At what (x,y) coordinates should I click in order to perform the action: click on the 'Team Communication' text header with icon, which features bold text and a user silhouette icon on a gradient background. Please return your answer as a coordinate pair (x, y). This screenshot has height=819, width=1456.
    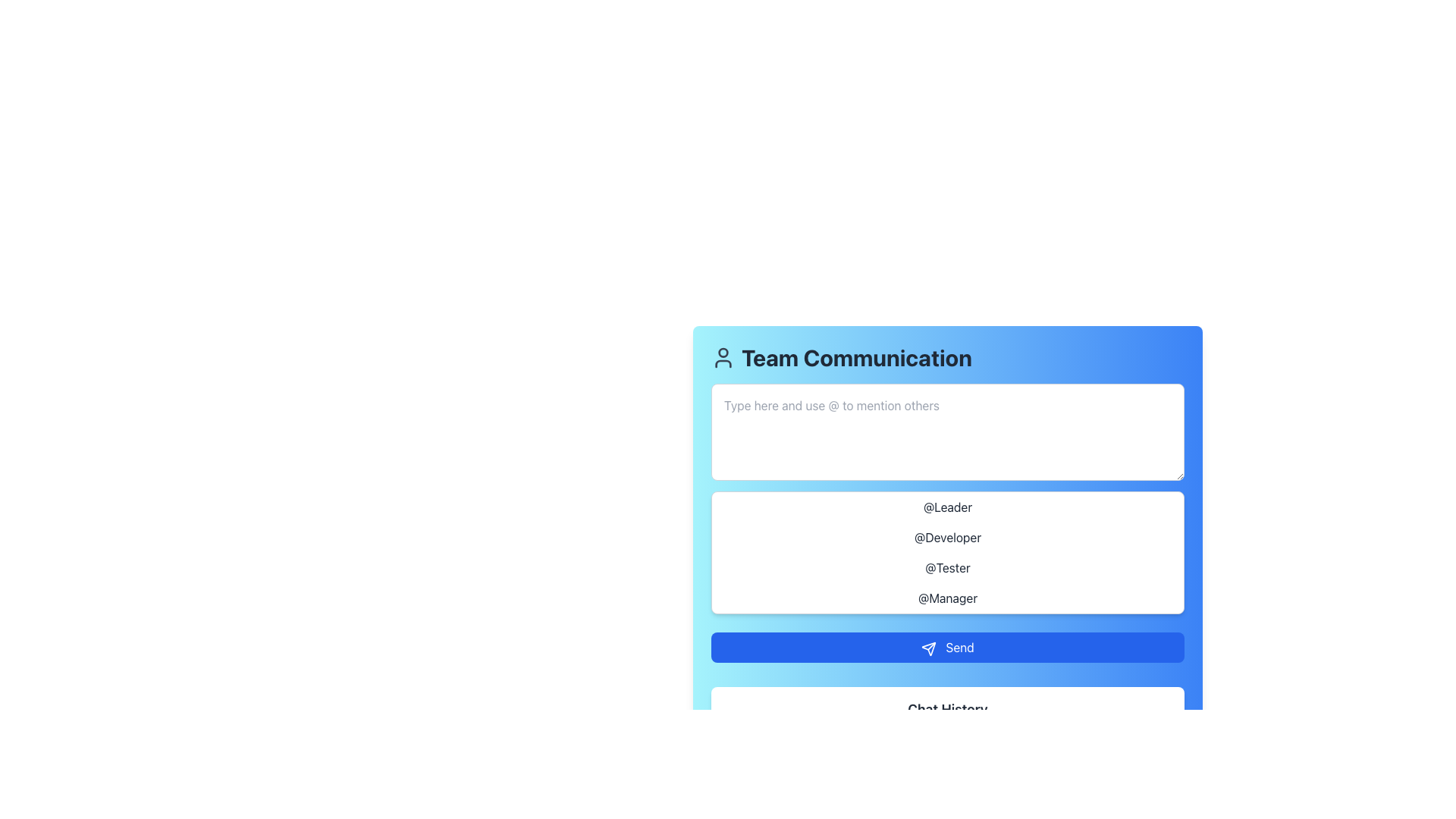
    Looking at the image, I should click on (946, 357).